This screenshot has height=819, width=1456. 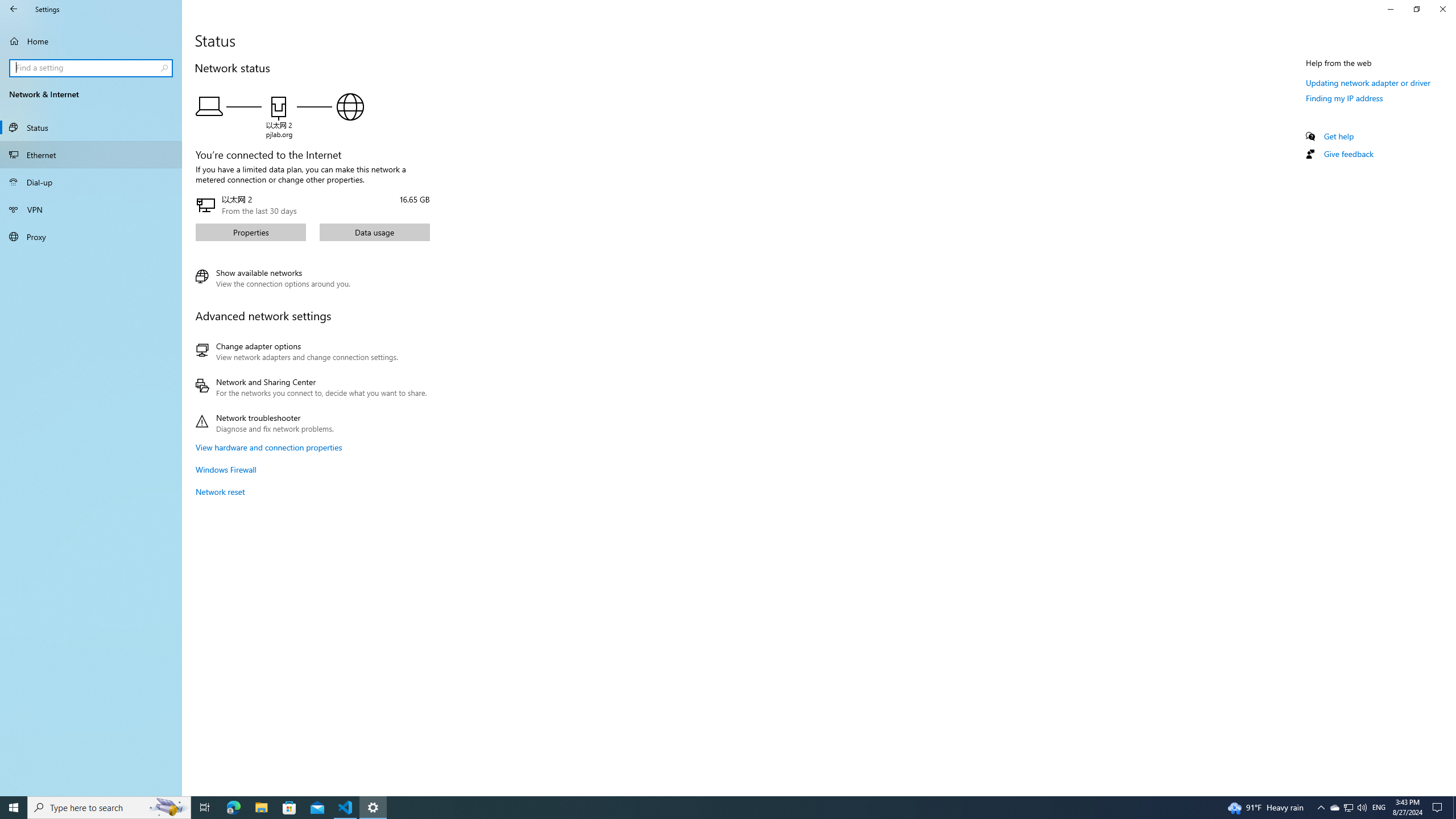 What do you see at coordinates (1347, 153) in the screenshot?
I see `'Give feedback'` at bounding box center [1347, 153].